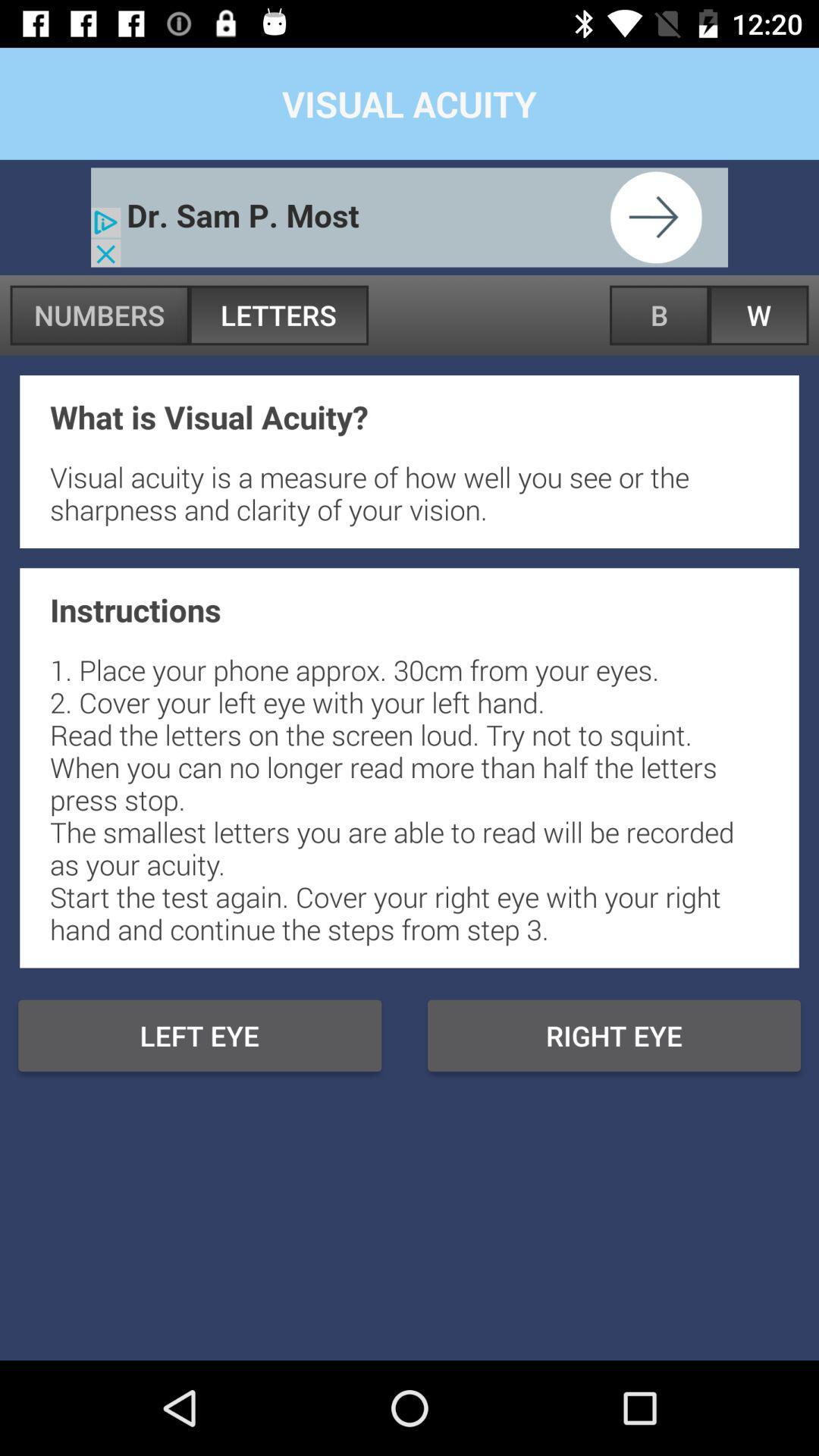  I want to click on external advertisement, so click(409, 216).